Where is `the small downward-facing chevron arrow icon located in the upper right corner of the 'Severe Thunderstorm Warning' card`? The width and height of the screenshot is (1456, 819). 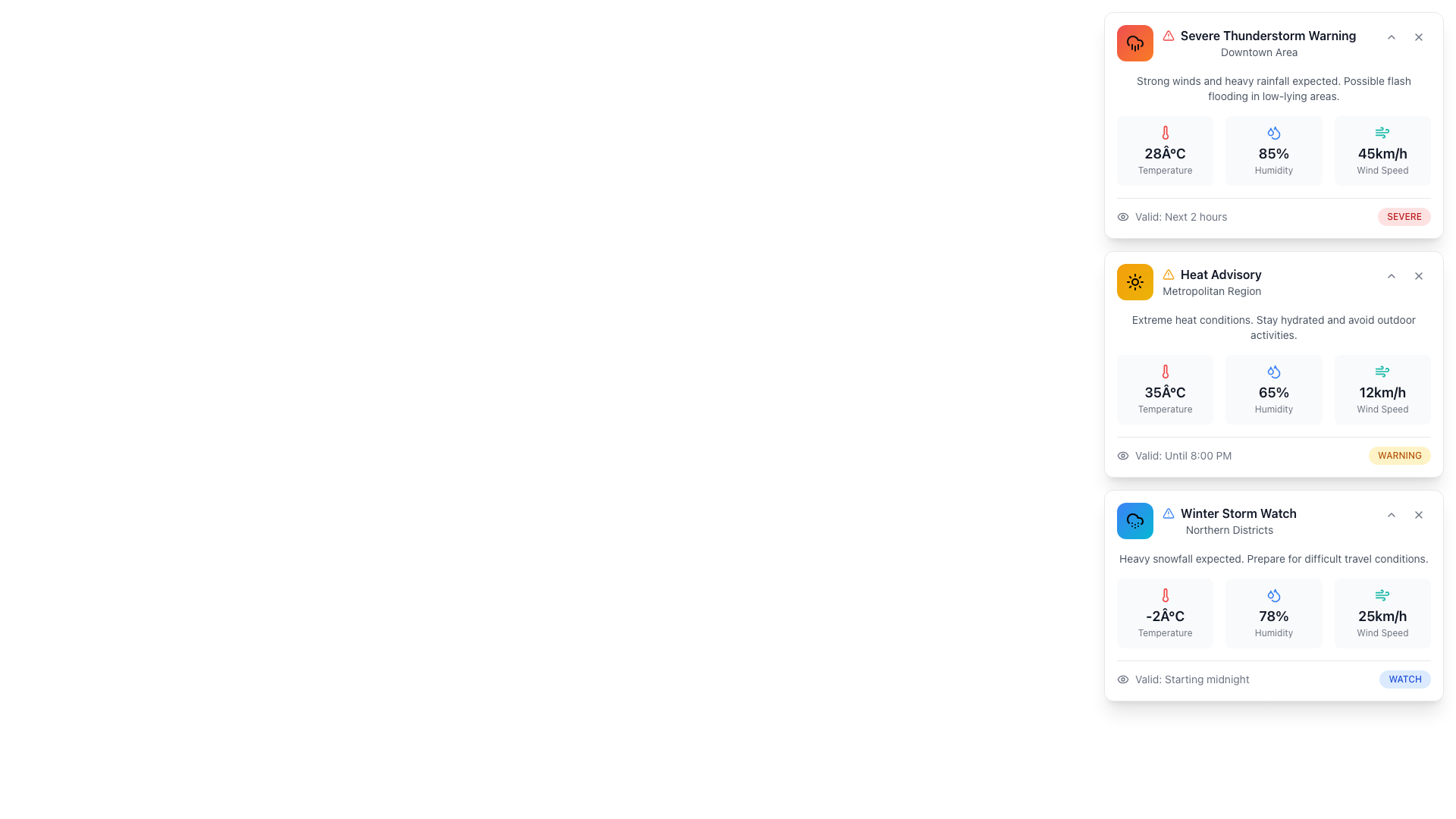
the small downward-facing chevron arrow icon located in the upper right corner of the 'Severe Thunderstorm Warning' card is located at coordinates (1391, 36).